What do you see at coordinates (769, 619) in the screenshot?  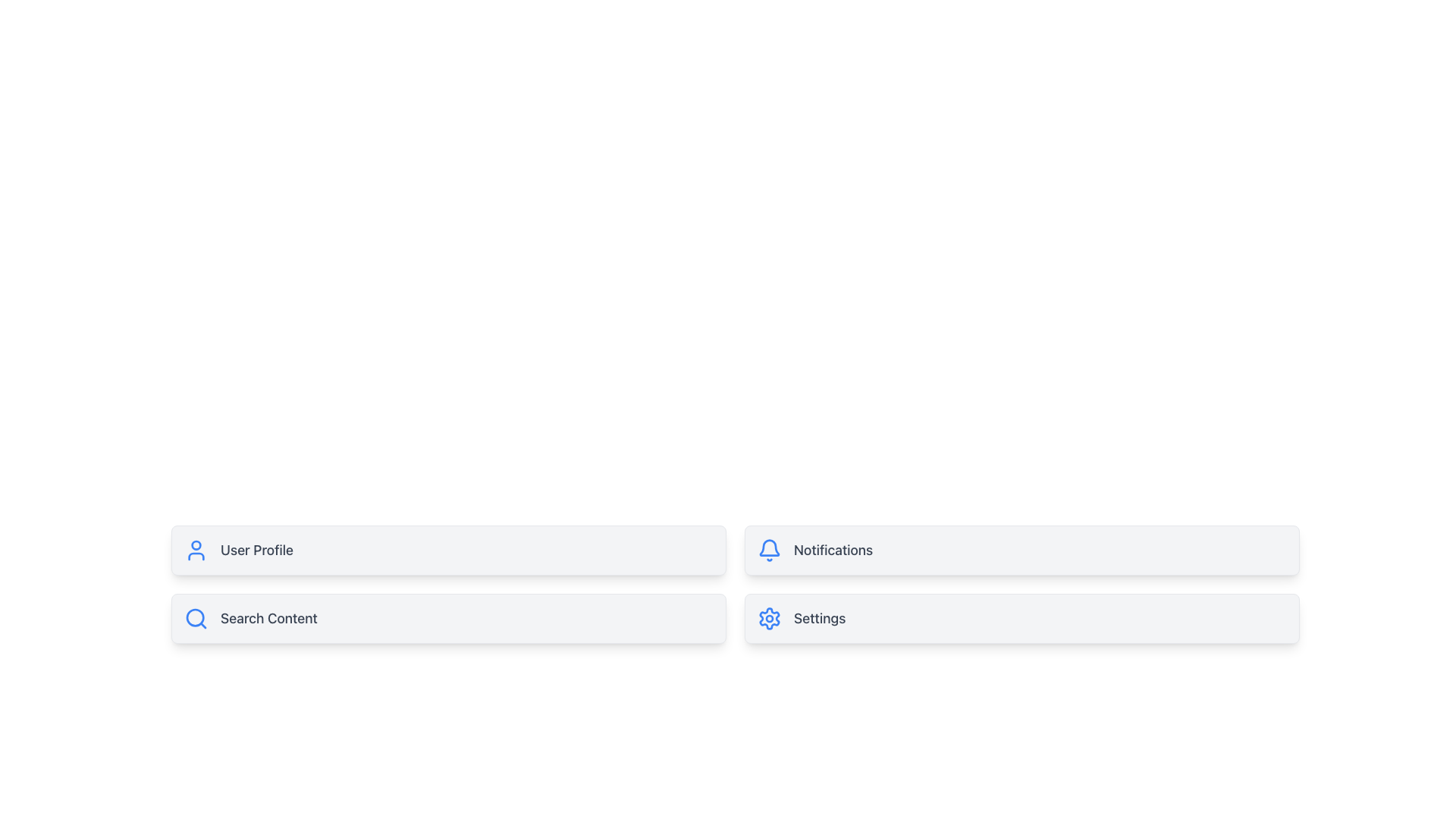 I see `the gear icon element representing 'Settings' located at the bottom-right corner of the interface` at bounding box center [769, 619].